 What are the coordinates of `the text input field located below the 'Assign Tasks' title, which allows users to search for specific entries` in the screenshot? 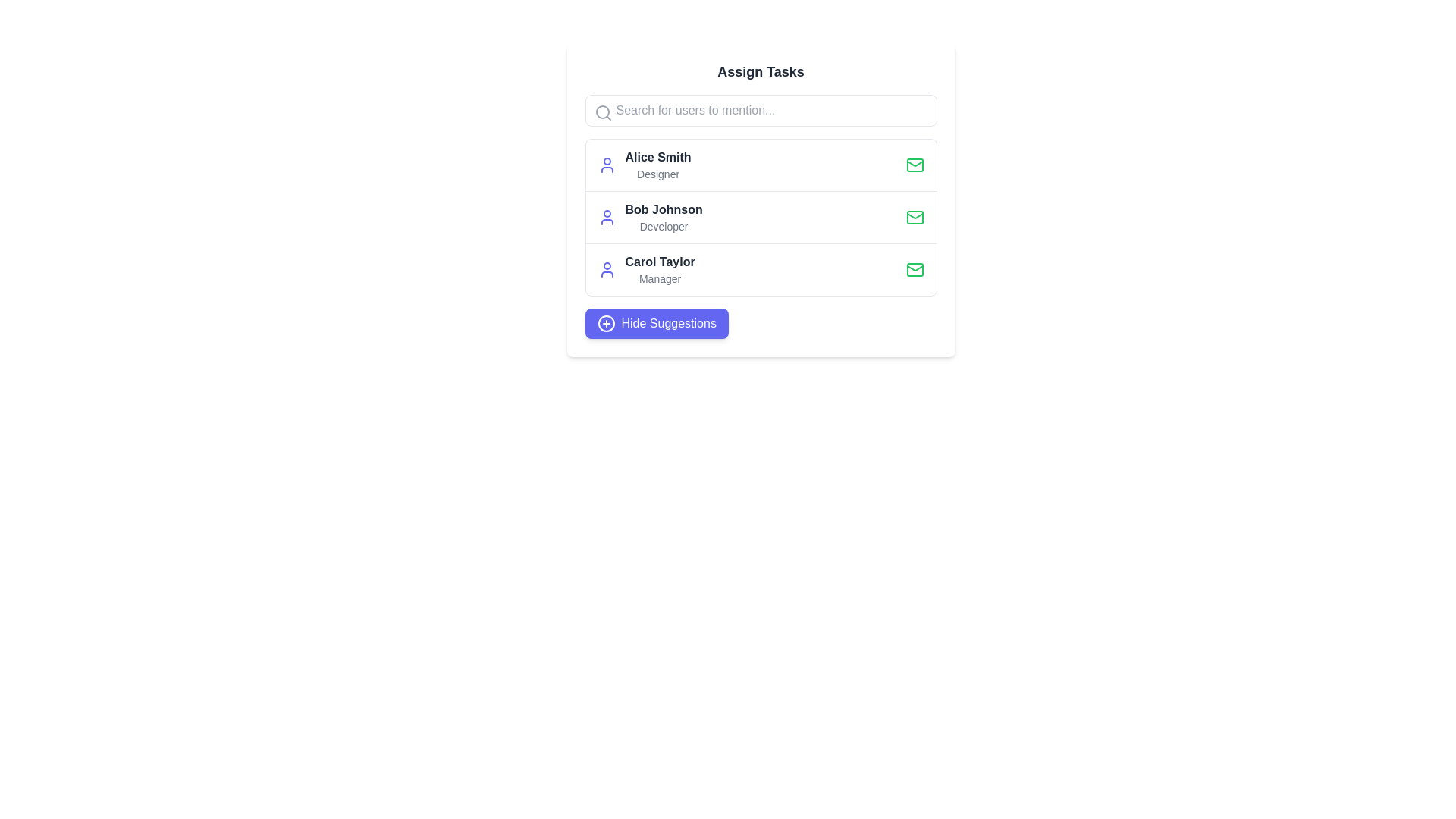 It's located at (761, 110).